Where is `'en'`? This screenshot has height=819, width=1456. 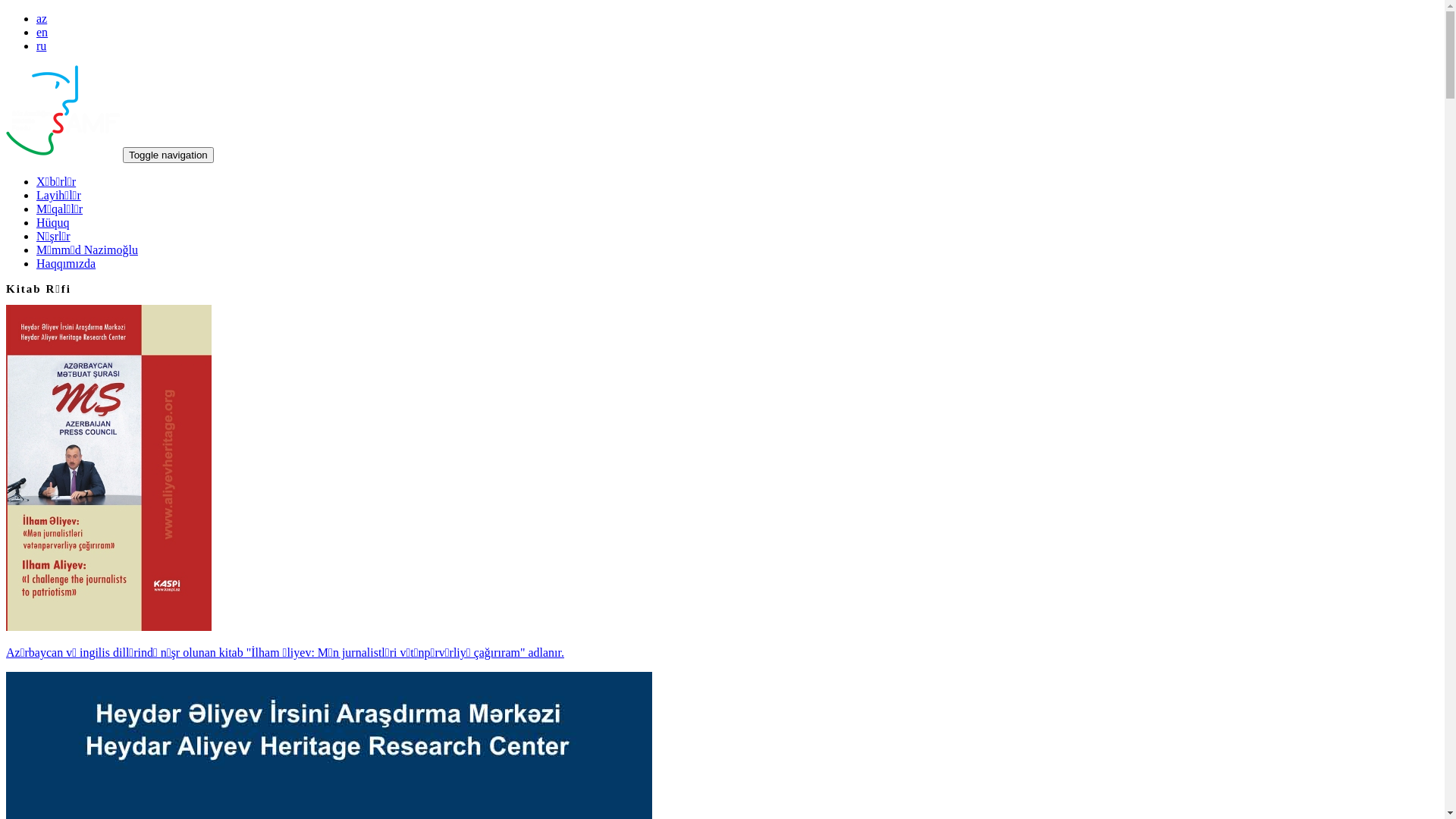
'en' is located at coordinates (42, 32).